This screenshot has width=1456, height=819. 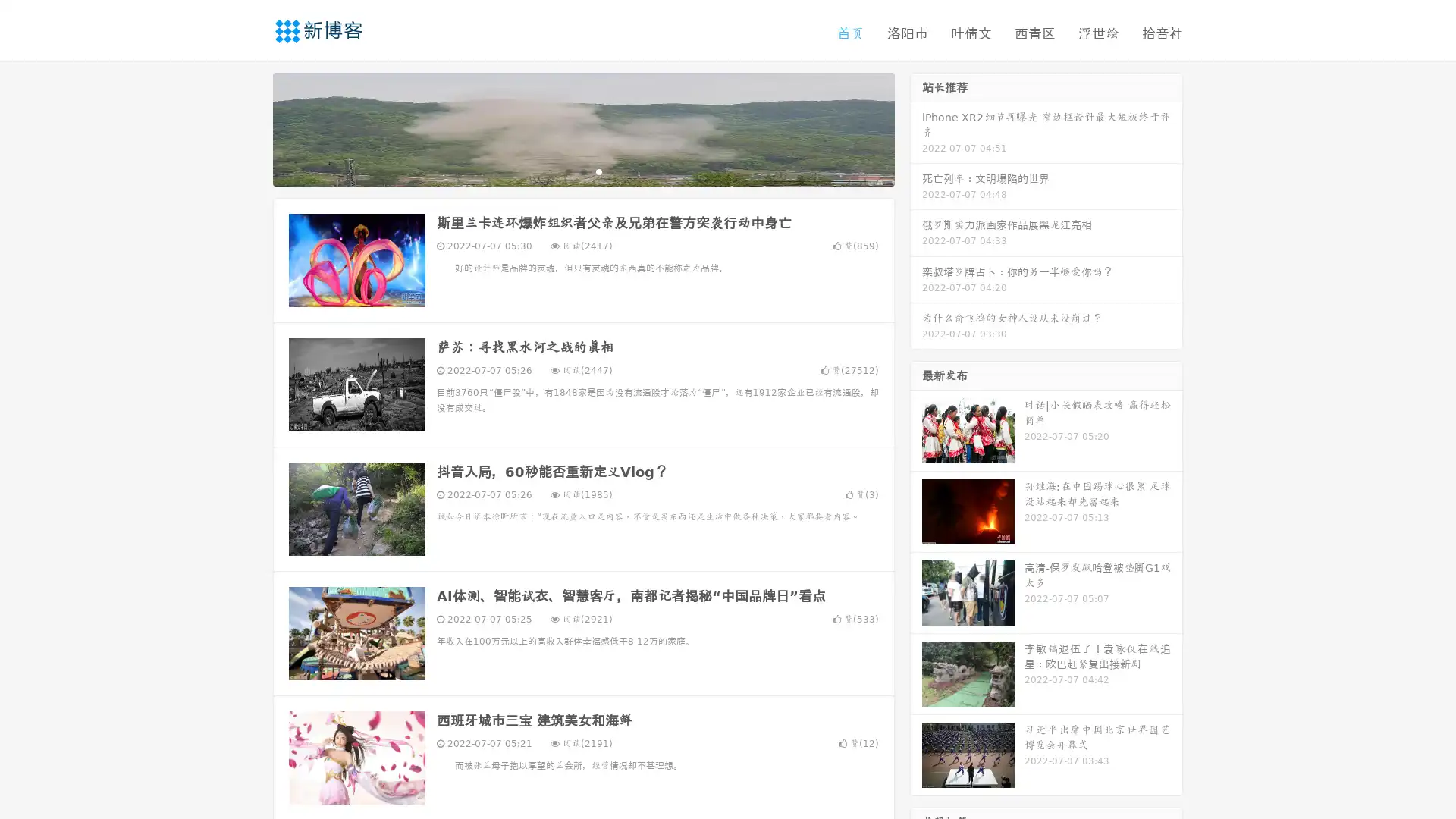 I want to click on Go to slide 3, so click(x=598, y=171).